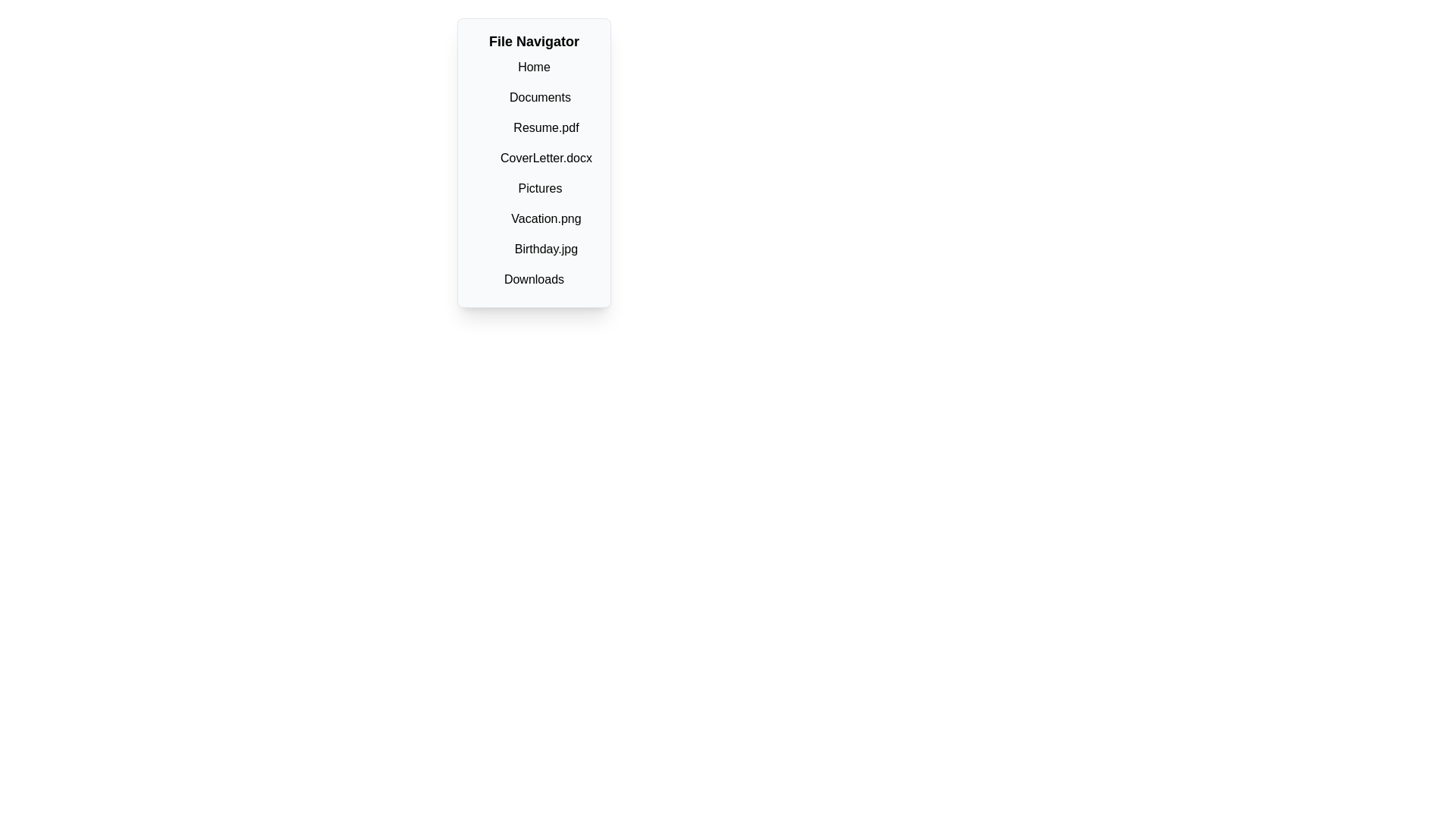  Describe the element at coordinates (546, 127) in the screenshot. I see `the text label representing the file named 'Resume.pdf'` at that location.